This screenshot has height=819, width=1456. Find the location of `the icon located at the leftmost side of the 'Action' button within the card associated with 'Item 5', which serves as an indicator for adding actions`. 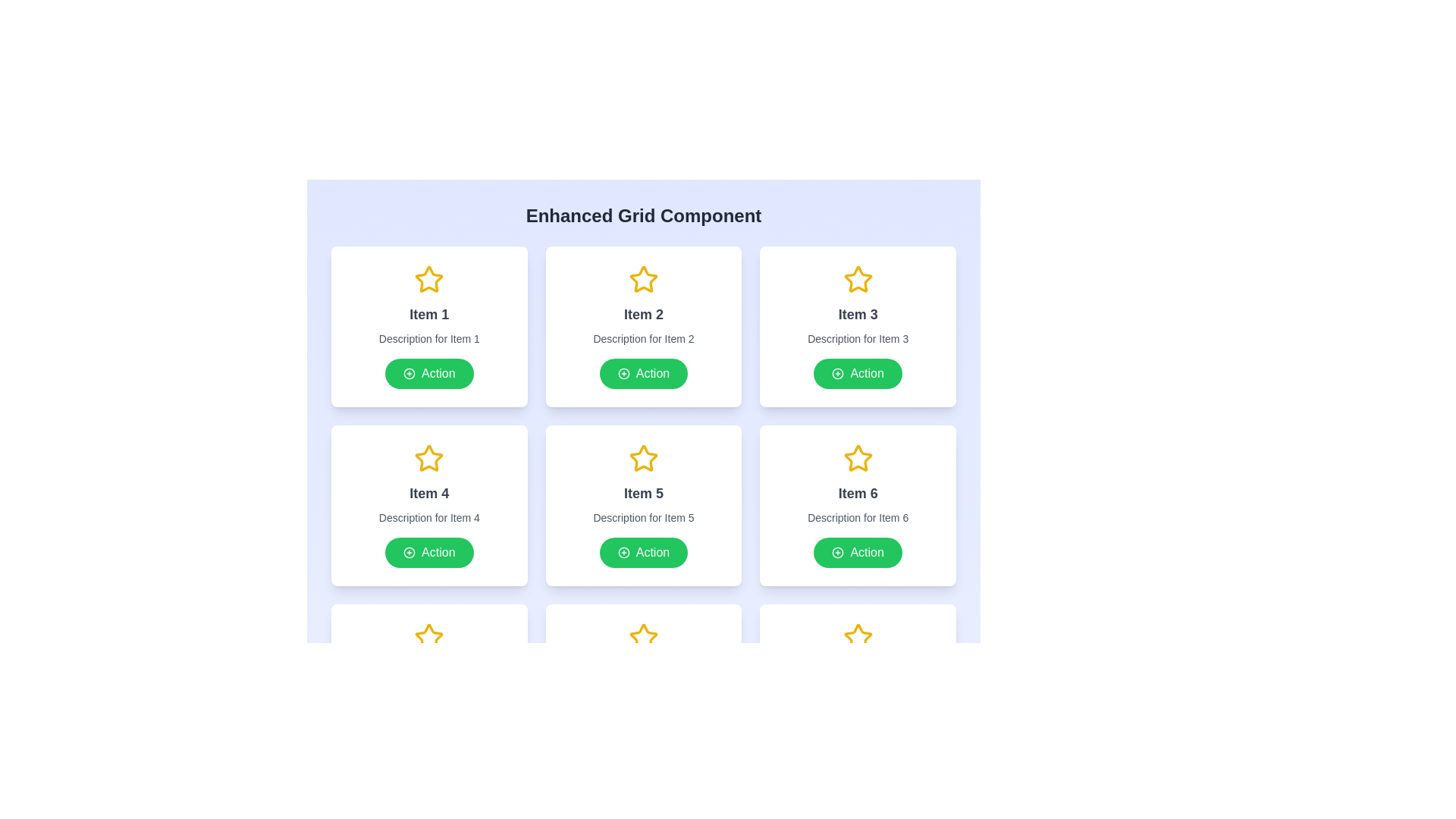

the icon located at the leftmost side of the 'Action' button within the card associated with 'Item 5', which serves as an indicator for adding actions is located at coordinates (623, 553).